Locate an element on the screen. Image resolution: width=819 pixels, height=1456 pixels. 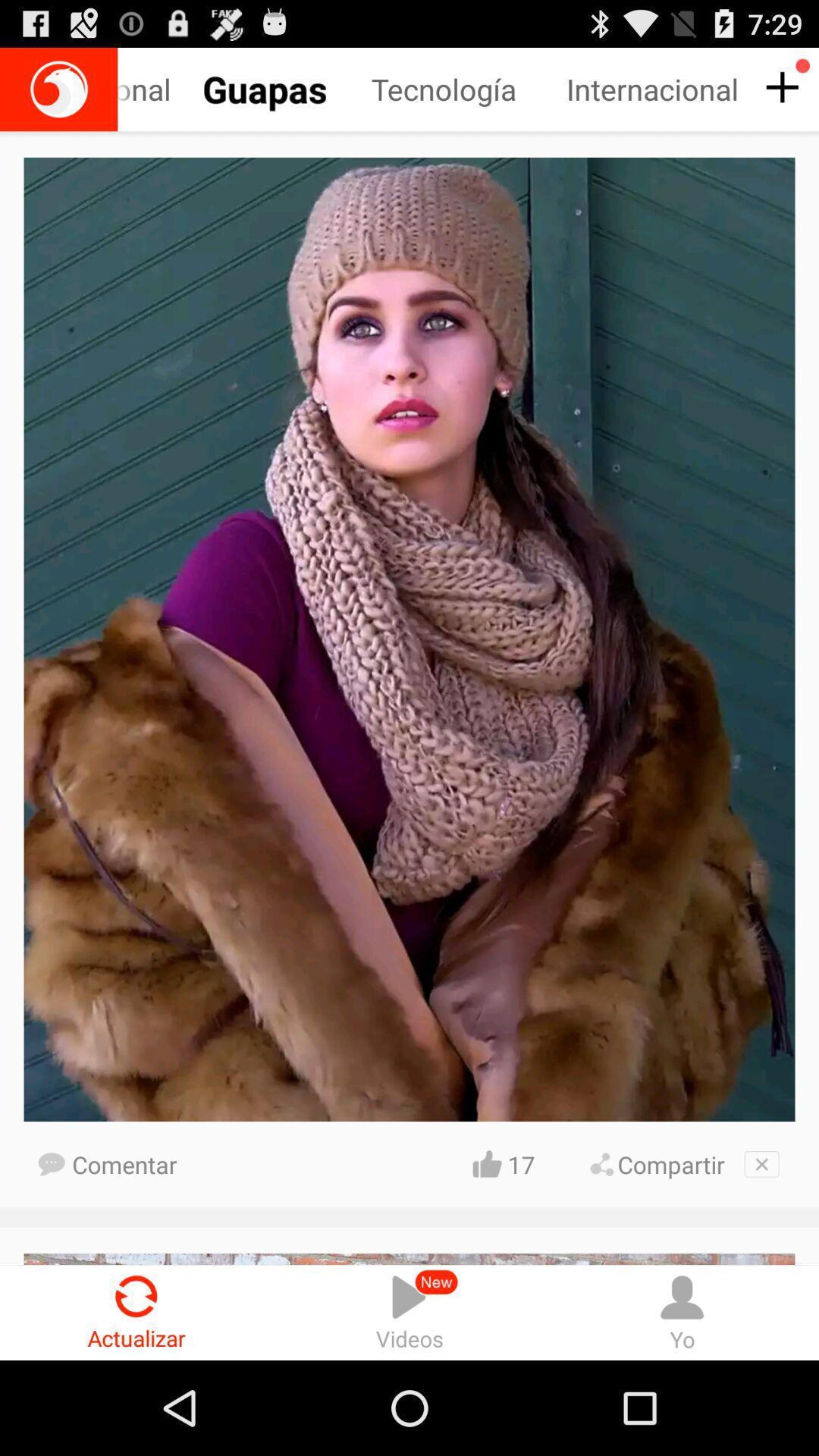
content is located at coordinates (780, 87).